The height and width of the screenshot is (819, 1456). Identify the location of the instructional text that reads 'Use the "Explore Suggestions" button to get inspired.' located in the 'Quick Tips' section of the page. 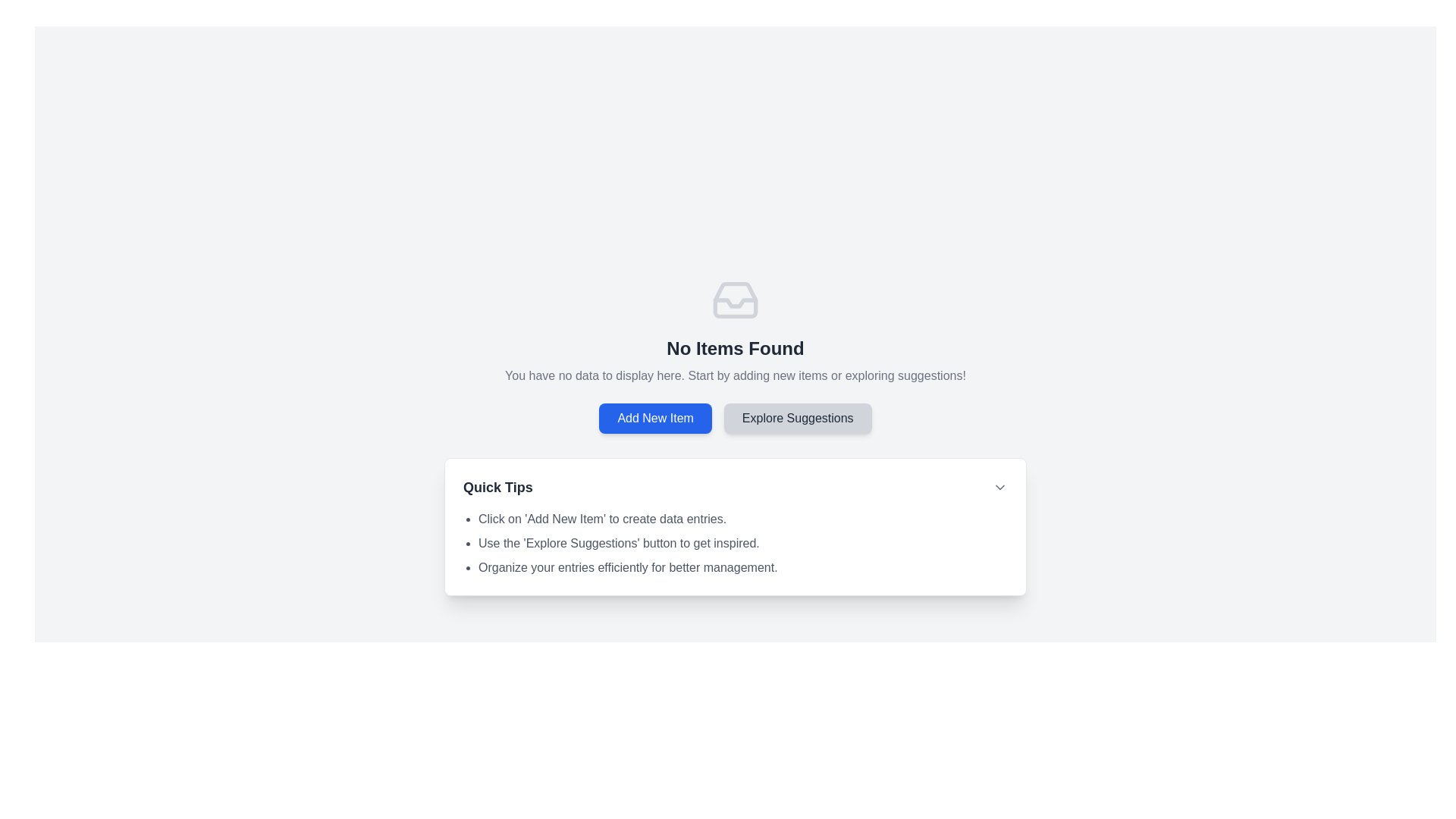
(742, 543).